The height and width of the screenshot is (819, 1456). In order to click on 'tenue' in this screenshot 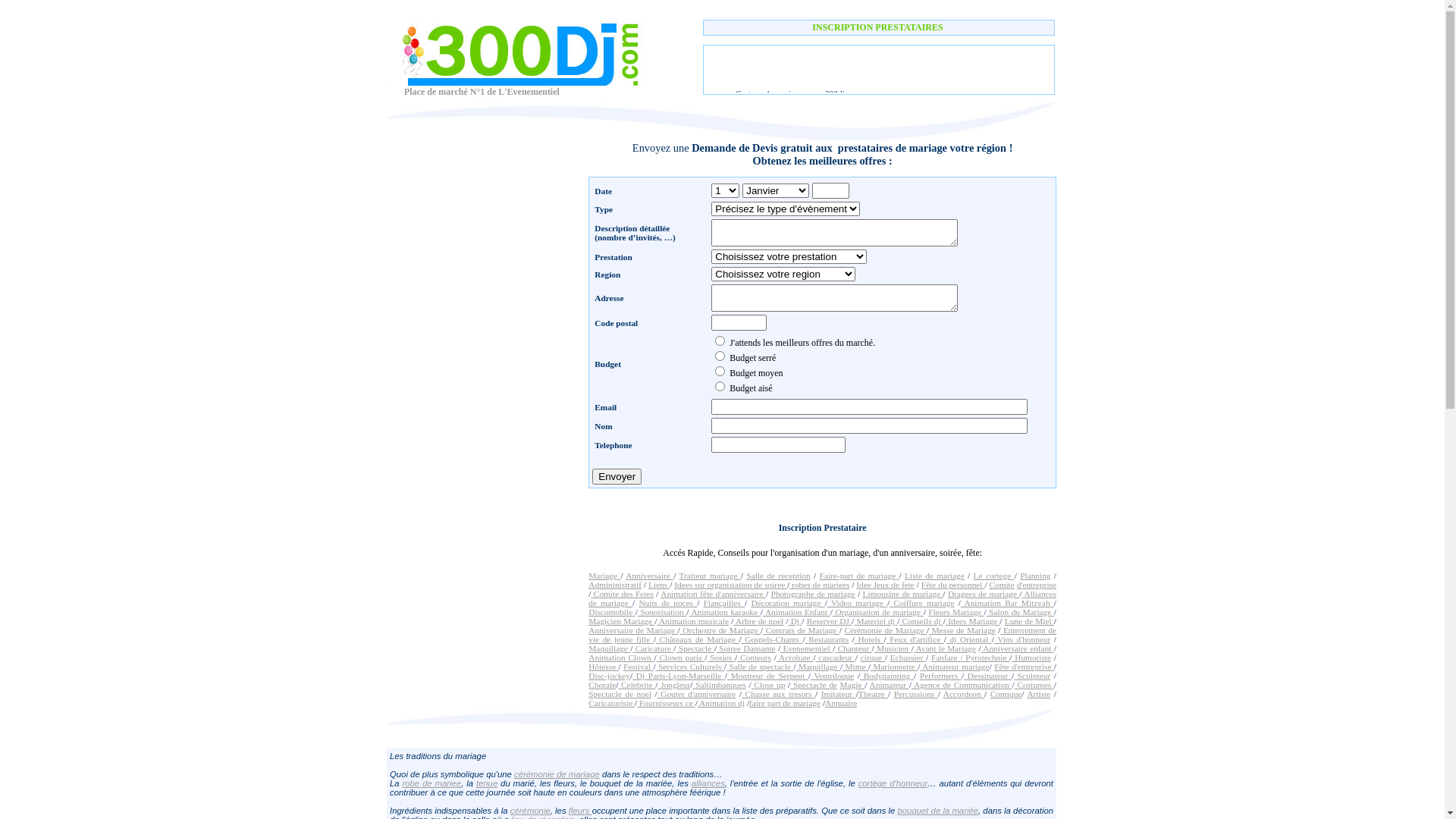, I will do `click(487, 783)`.